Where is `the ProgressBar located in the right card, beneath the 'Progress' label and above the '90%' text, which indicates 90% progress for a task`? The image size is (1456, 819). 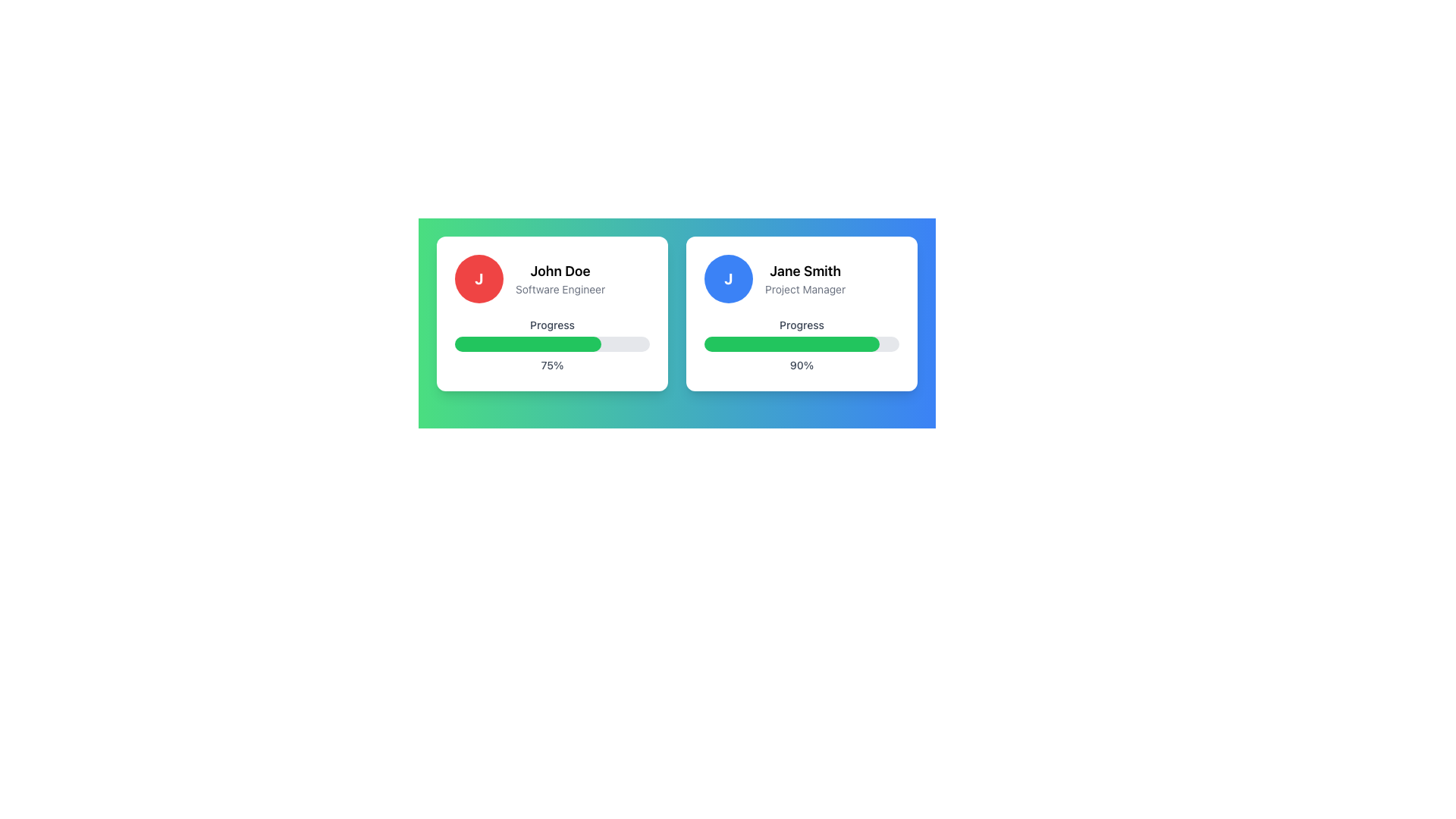 the ProgressBar located in the right card, beneath the 'Progress' label and above the '90%' text, which indicates 90% progress for a task is located at coordinates (791, 344).